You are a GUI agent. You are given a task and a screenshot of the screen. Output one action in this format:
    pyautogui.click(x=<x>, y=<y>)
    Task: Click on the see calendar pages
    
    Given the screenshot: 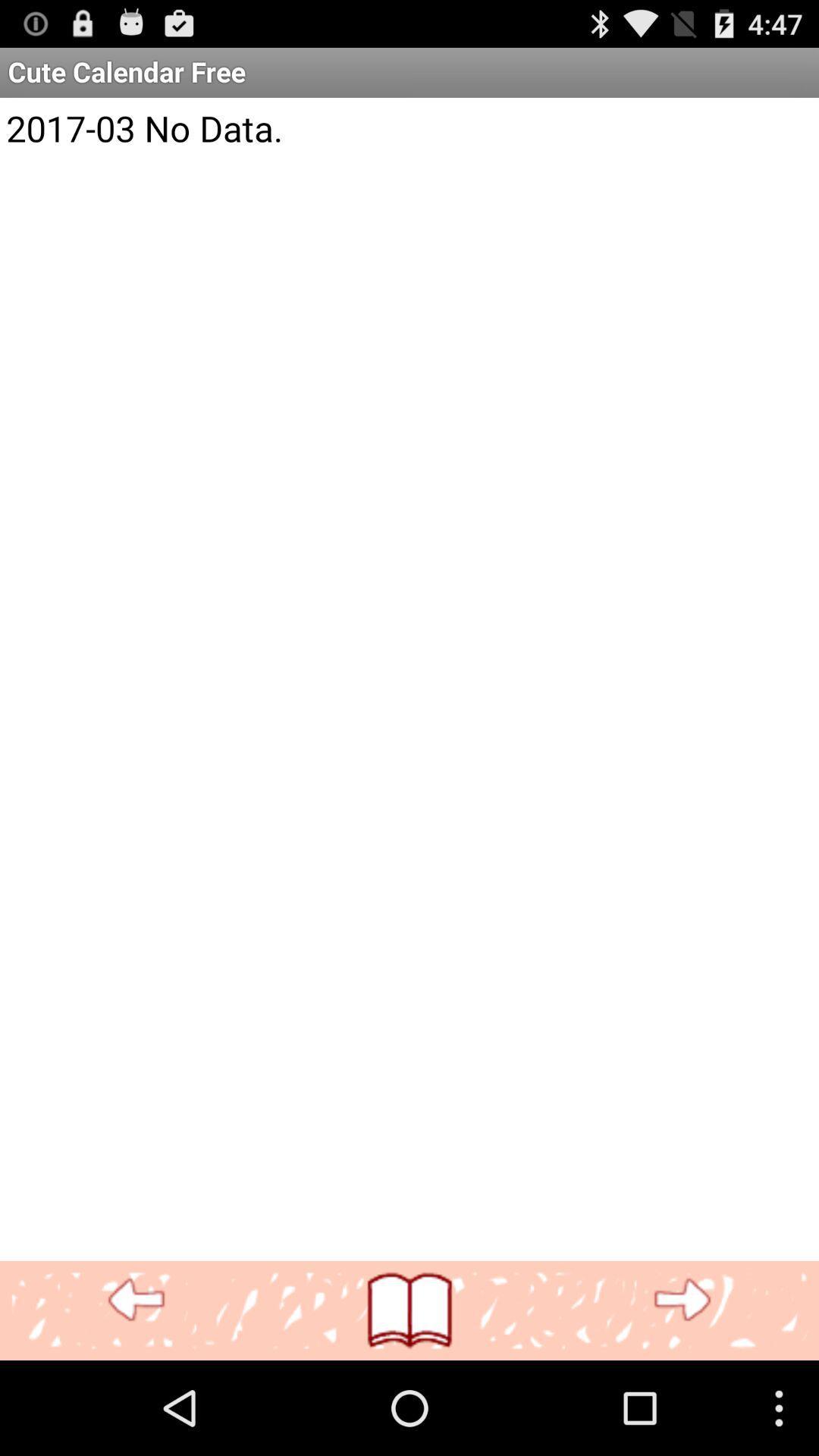 What is the action you would take?
    pyautogui.click(x=409, y=1310)
    